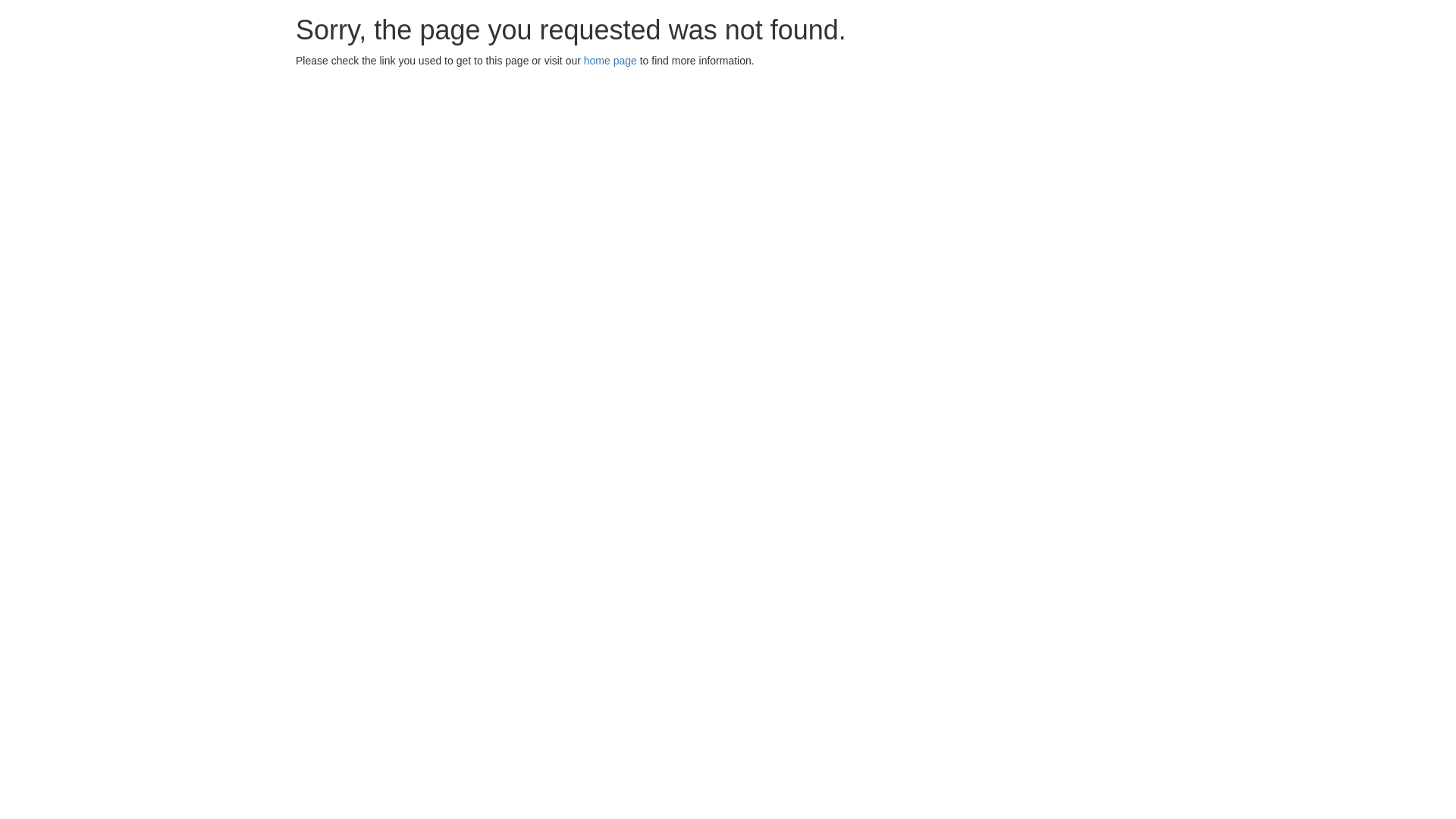 The height and width of the screenshot is (819, 1456). I want to click on 'home page', so click(610, 60).